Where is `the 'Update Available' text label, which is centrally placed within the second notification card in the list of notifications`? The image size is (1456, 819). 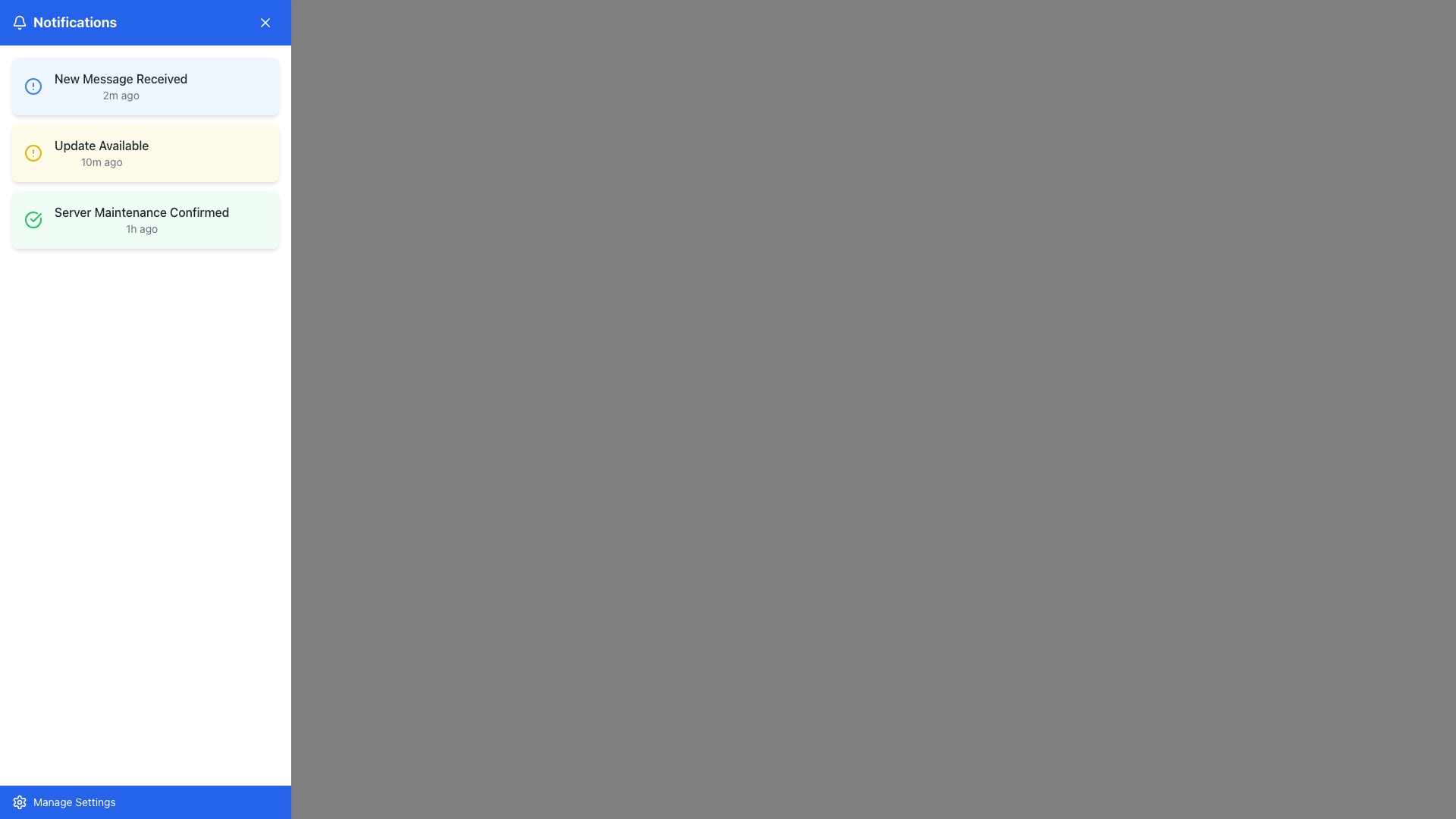
the 'Update Available' text label, which is centrally placed within the second notification card in the list of notifications is located at coordinates (101, 146).